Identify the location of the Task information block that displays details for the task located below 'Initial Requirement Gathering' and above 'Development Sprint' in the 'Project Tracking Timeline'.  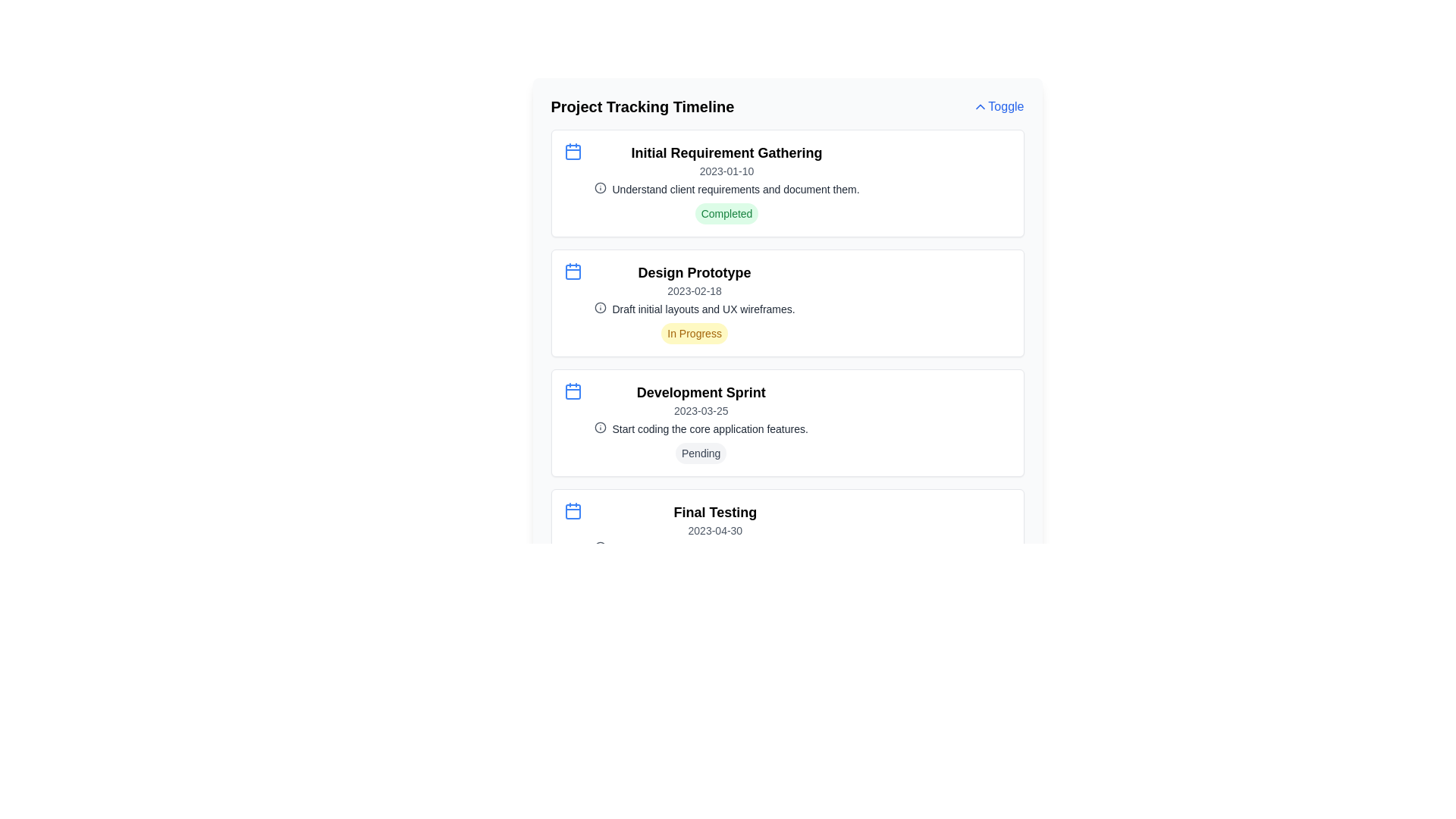
(694, 303).